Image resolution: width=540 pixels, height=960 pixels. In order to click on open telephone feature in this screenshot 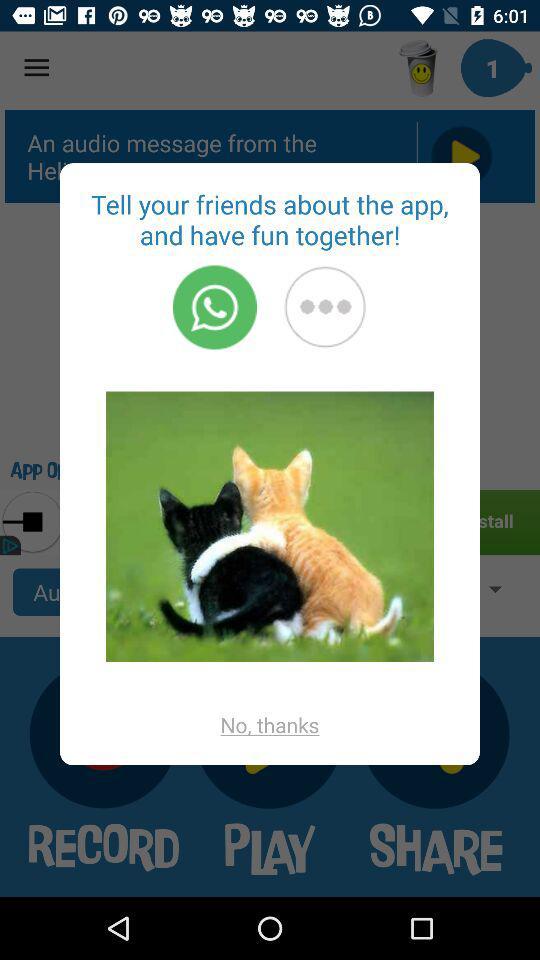, I will do `click(213, 307)`.